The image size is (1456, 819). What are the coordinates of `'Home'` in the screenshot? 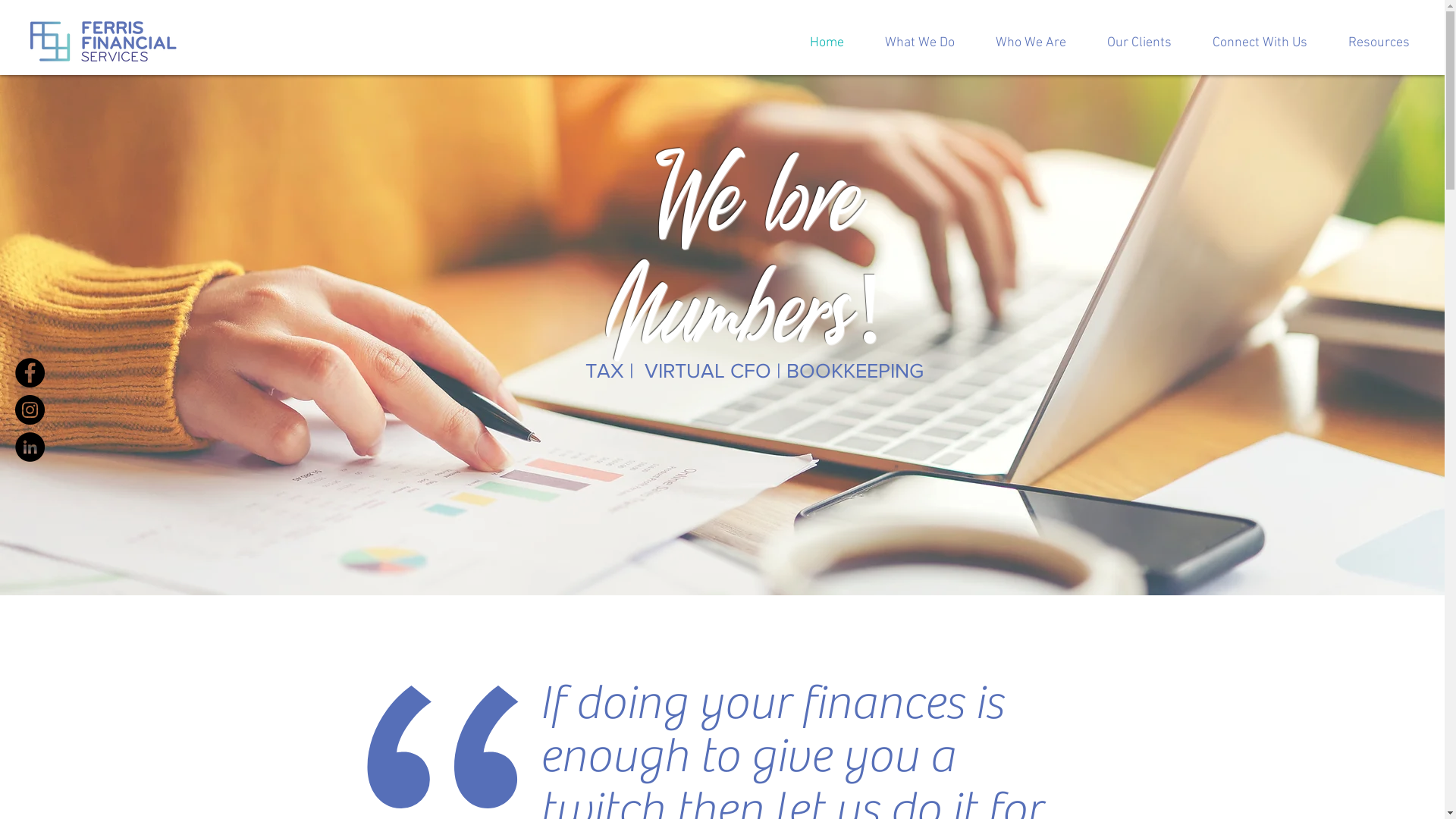 It's located at (826, 42).